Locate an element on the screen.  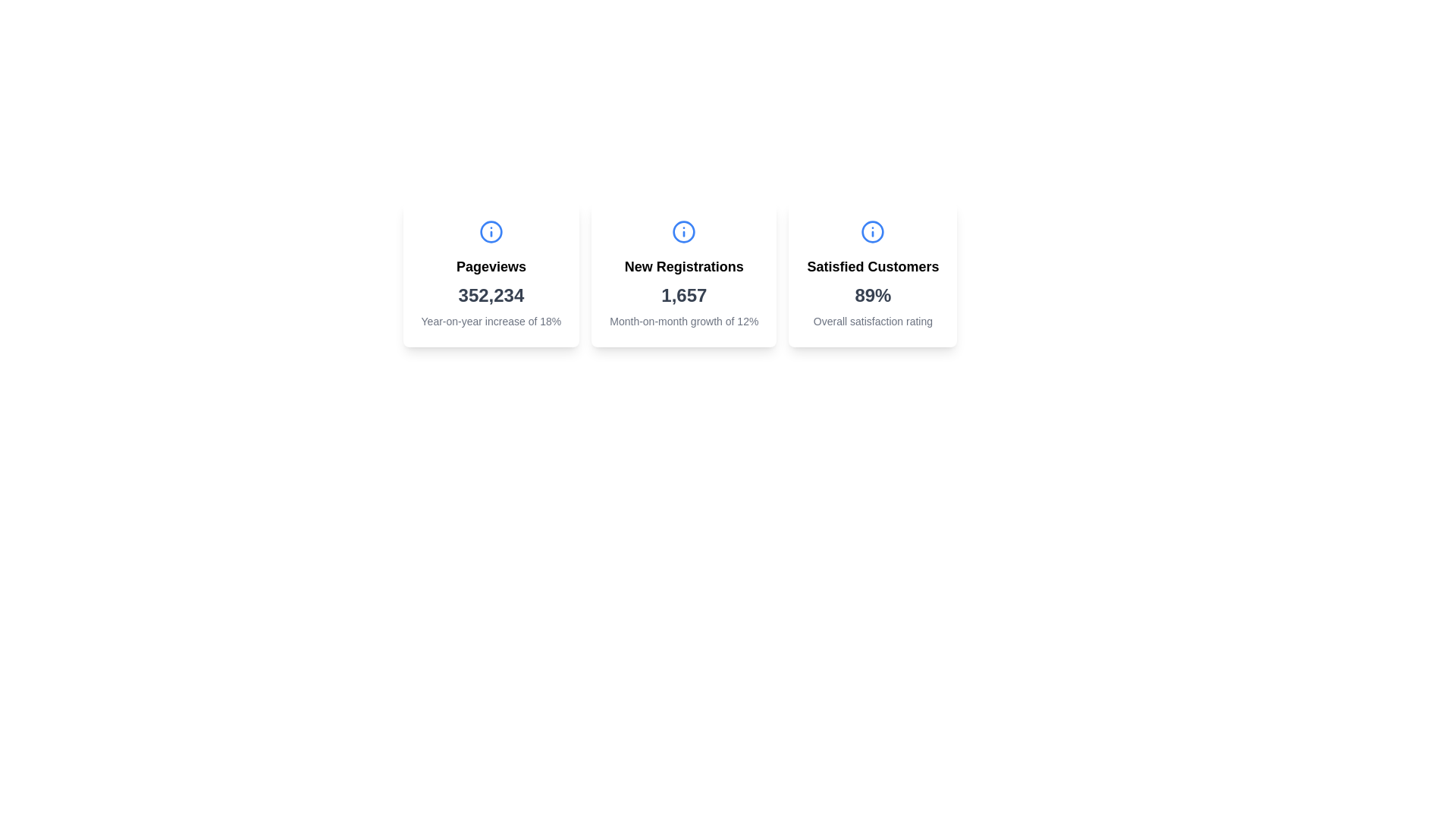
the information icon located above the text content in the 'Satisfied Customers' card is located at coordinates (873, 231).